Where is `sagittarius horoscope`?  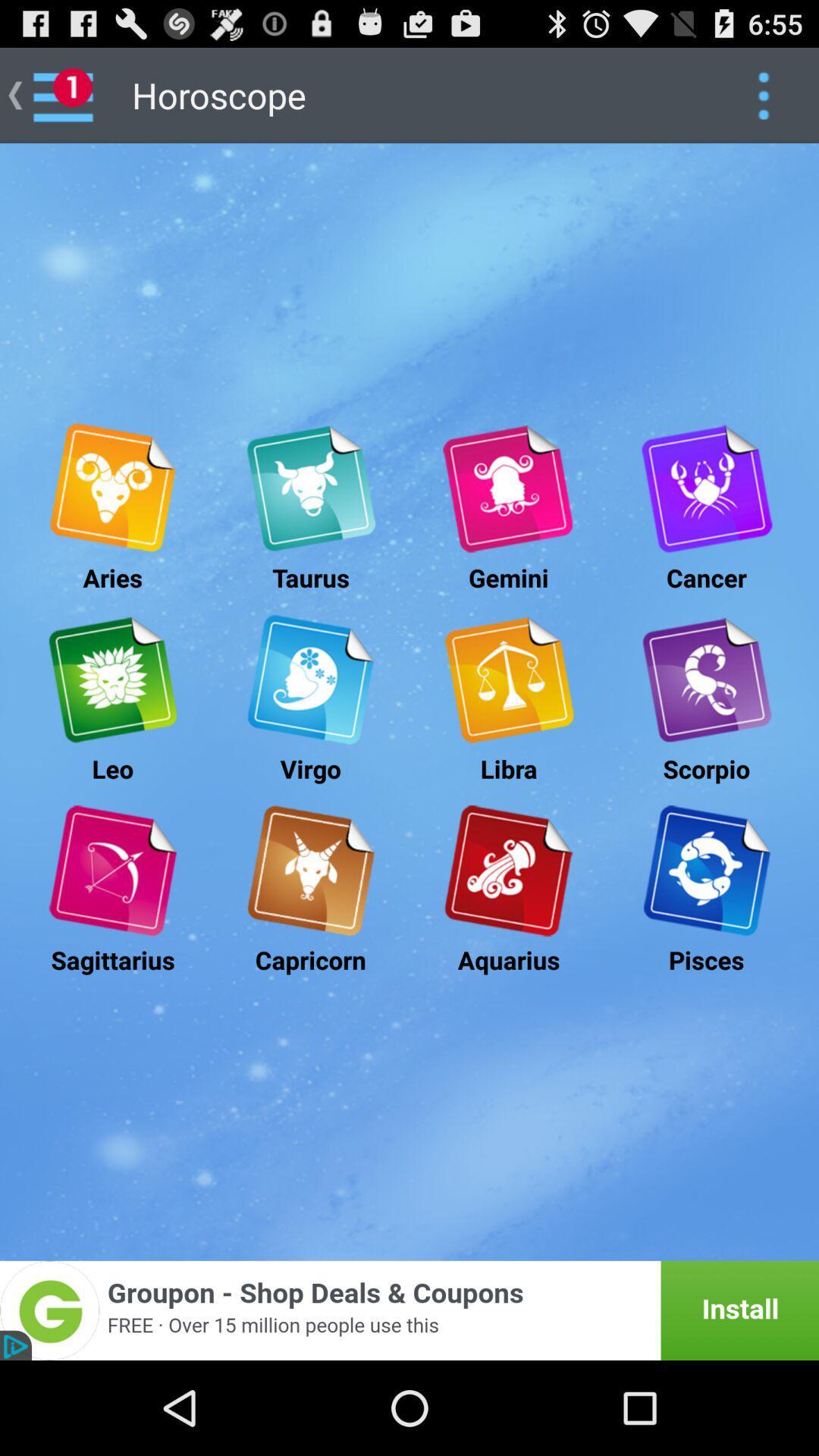 sagittarius horoscope is located at coordinates (111, 871).